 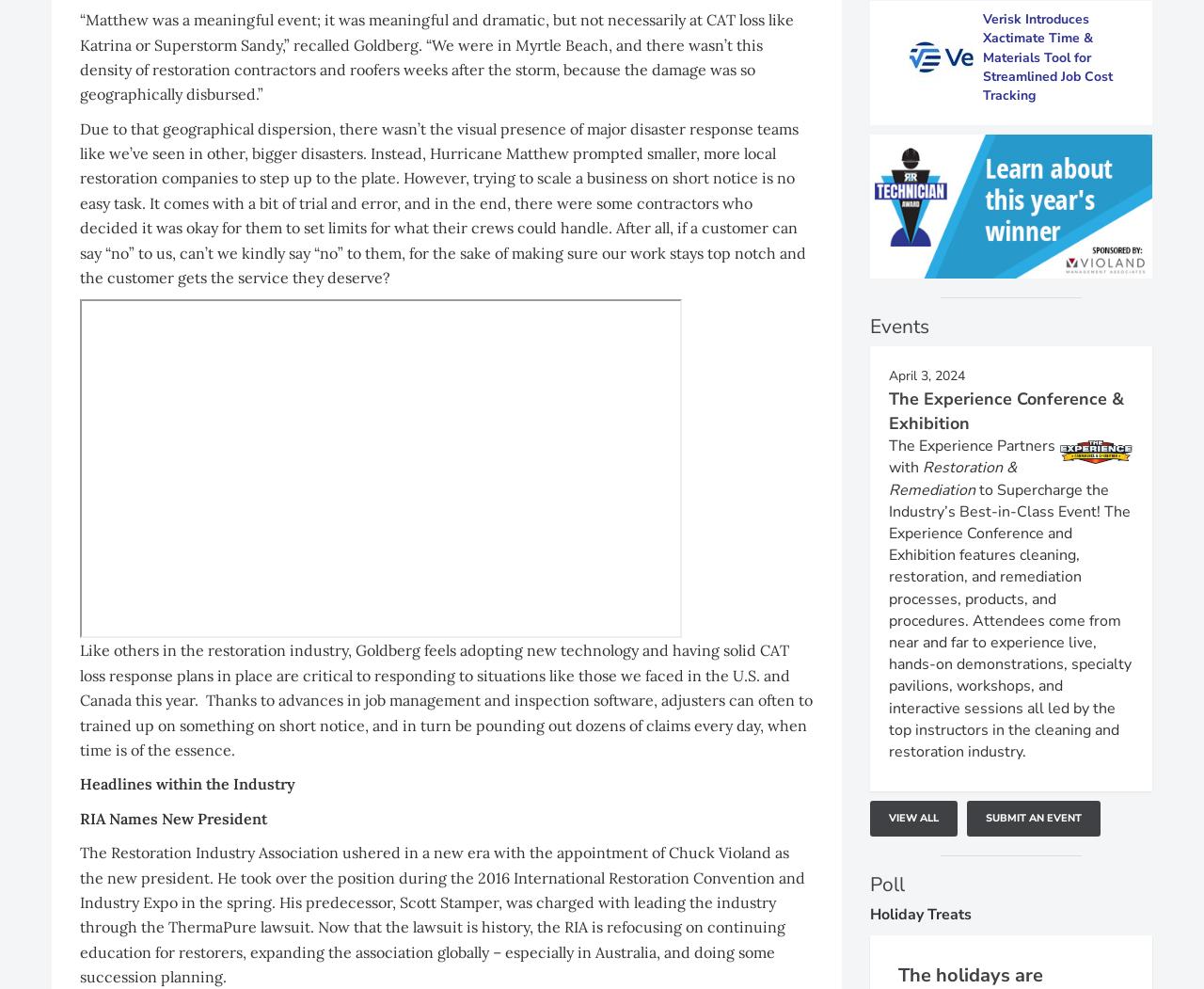 I want to click on 'to Supercharge the Industry’s Best-in-Class Event! The Experience Conference and Exhibition features cleaning, restoration, and remediation processes, products, and procedures. Attendees come from near and far to experience live, hands-on demonstrations, specialty pavilions, workshops, and interactive sessions all led by the top instructors in the cleaning and restoration industry.', so click(x=1009, y=619).